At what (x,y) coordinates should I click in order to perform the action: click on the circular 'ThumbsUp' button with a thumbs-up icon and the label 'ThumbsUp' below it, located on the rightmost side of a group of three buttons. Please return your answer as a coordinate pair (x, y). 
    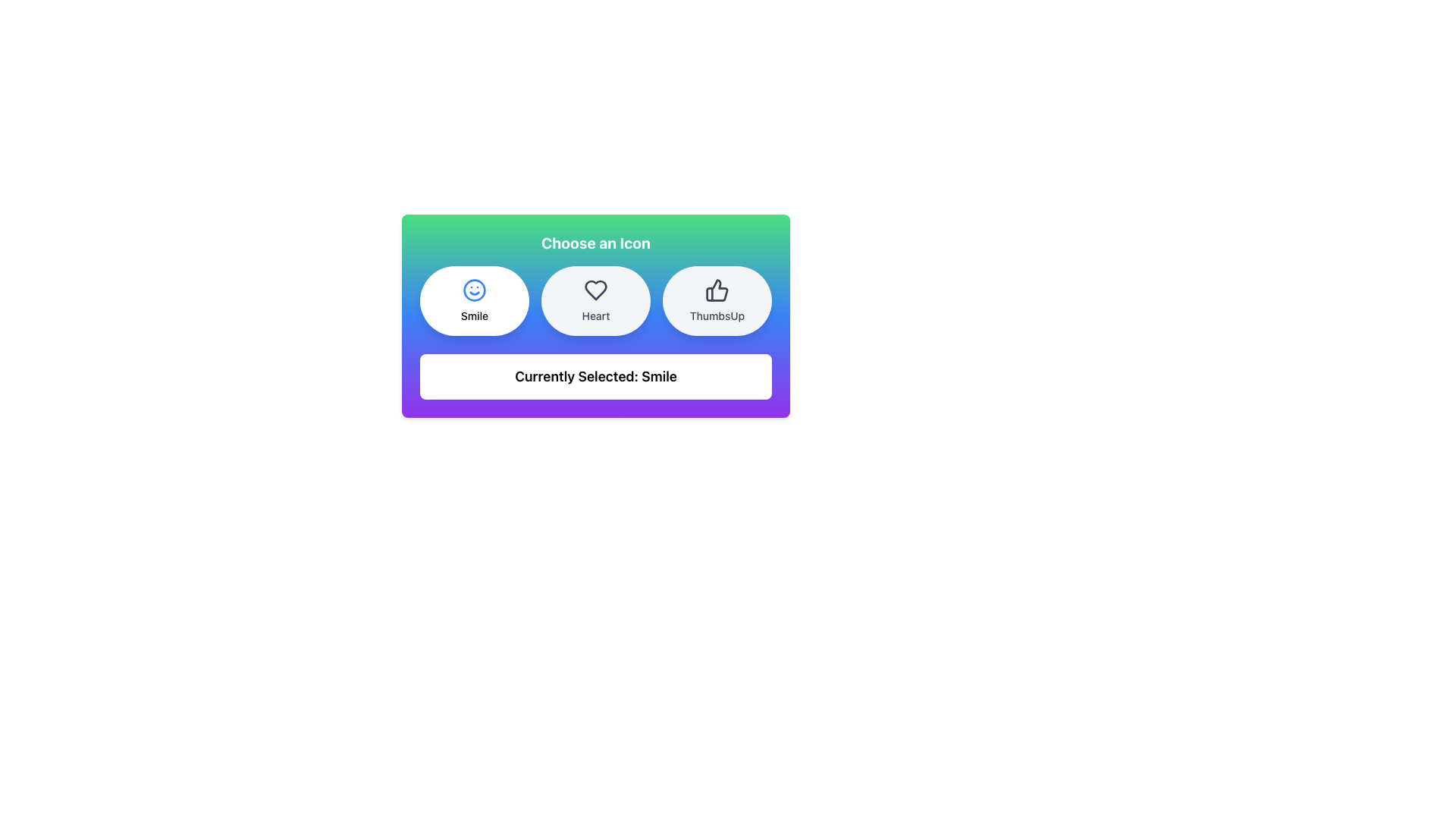
    Looking at the image, I should click on (716, 301).